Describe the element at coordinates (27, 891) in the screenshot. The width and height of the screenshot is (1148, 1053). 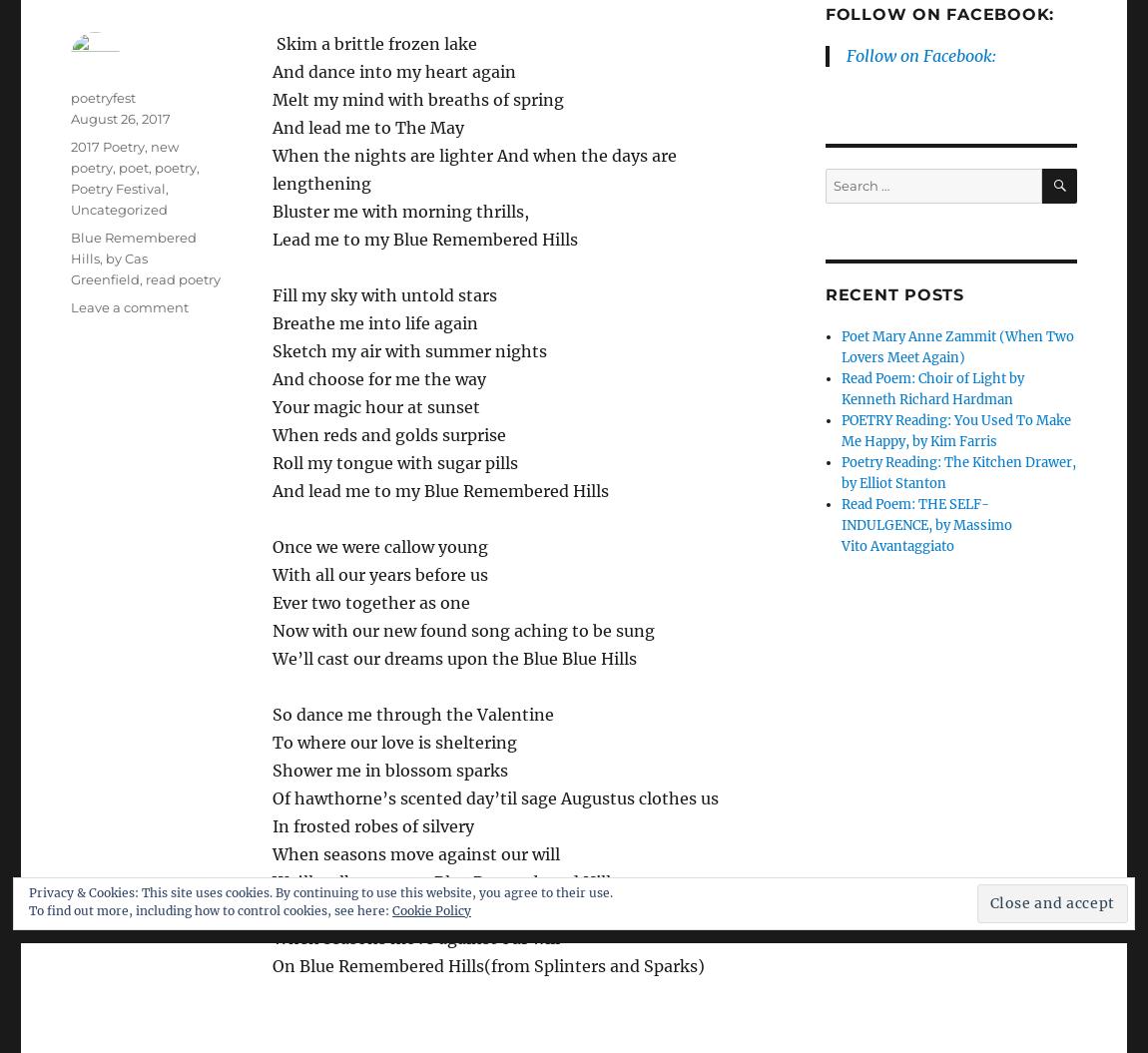
I see `'Privacy & Cookies: This site uses cookies. By continuing to use this website, you agree to their use.'` at that location.